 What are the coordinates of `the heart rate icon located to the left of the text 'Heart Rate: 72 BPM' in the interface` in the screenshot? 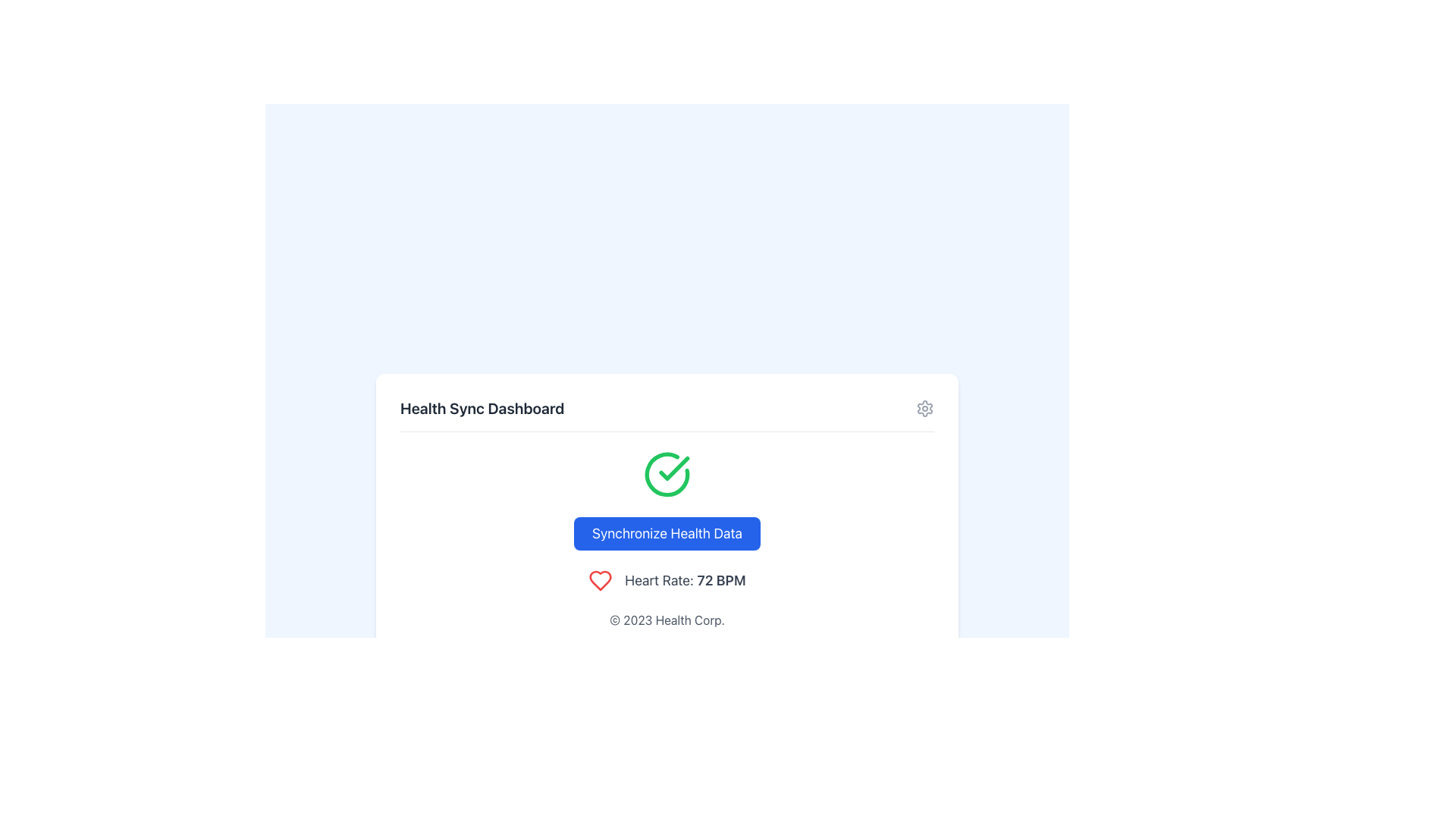 It's located at (600, 580).